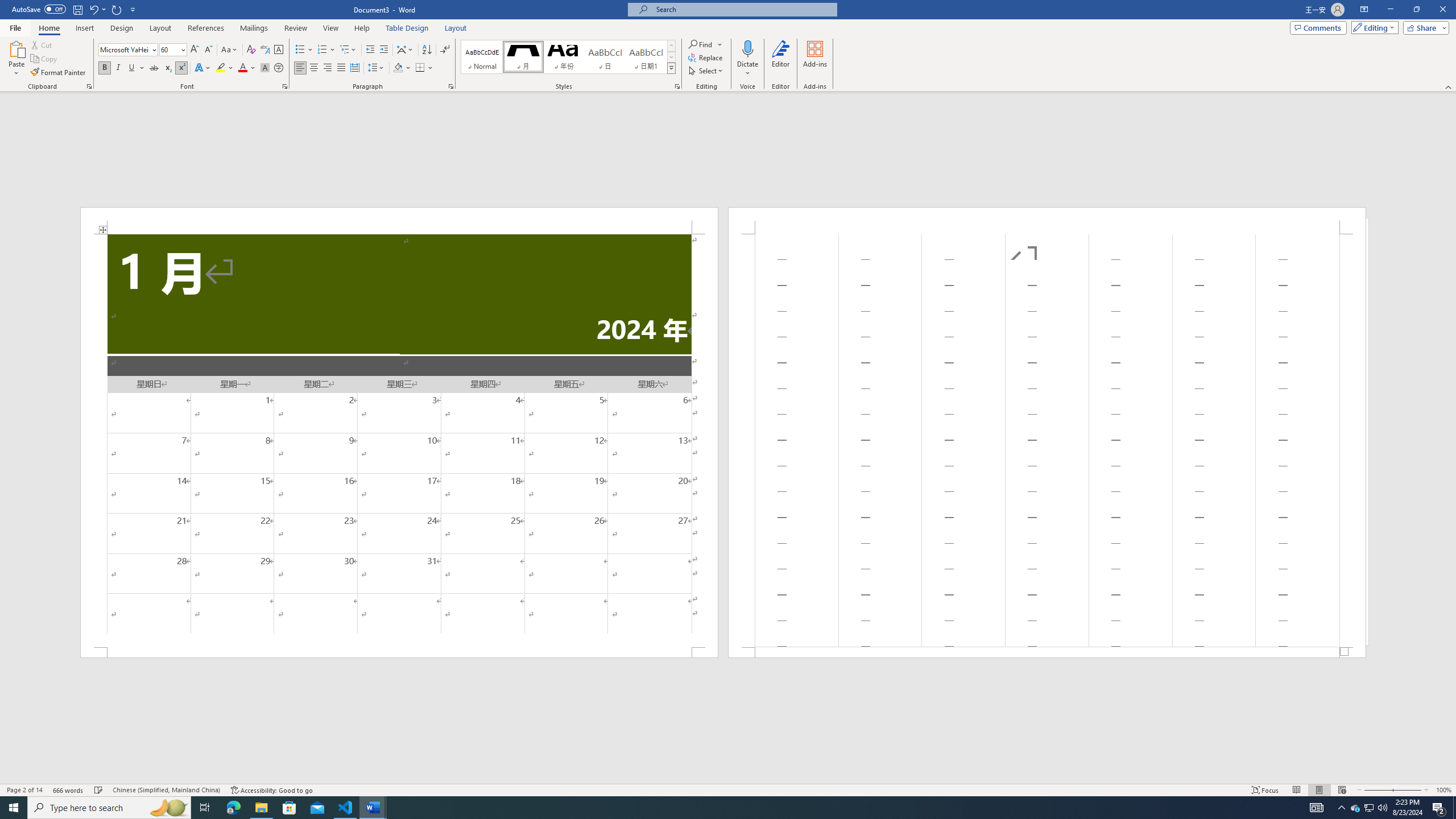  What do you see at coordinates (229, 49) in the screenshot?
I see `'Change Case'` at bounding box center [229, 49].